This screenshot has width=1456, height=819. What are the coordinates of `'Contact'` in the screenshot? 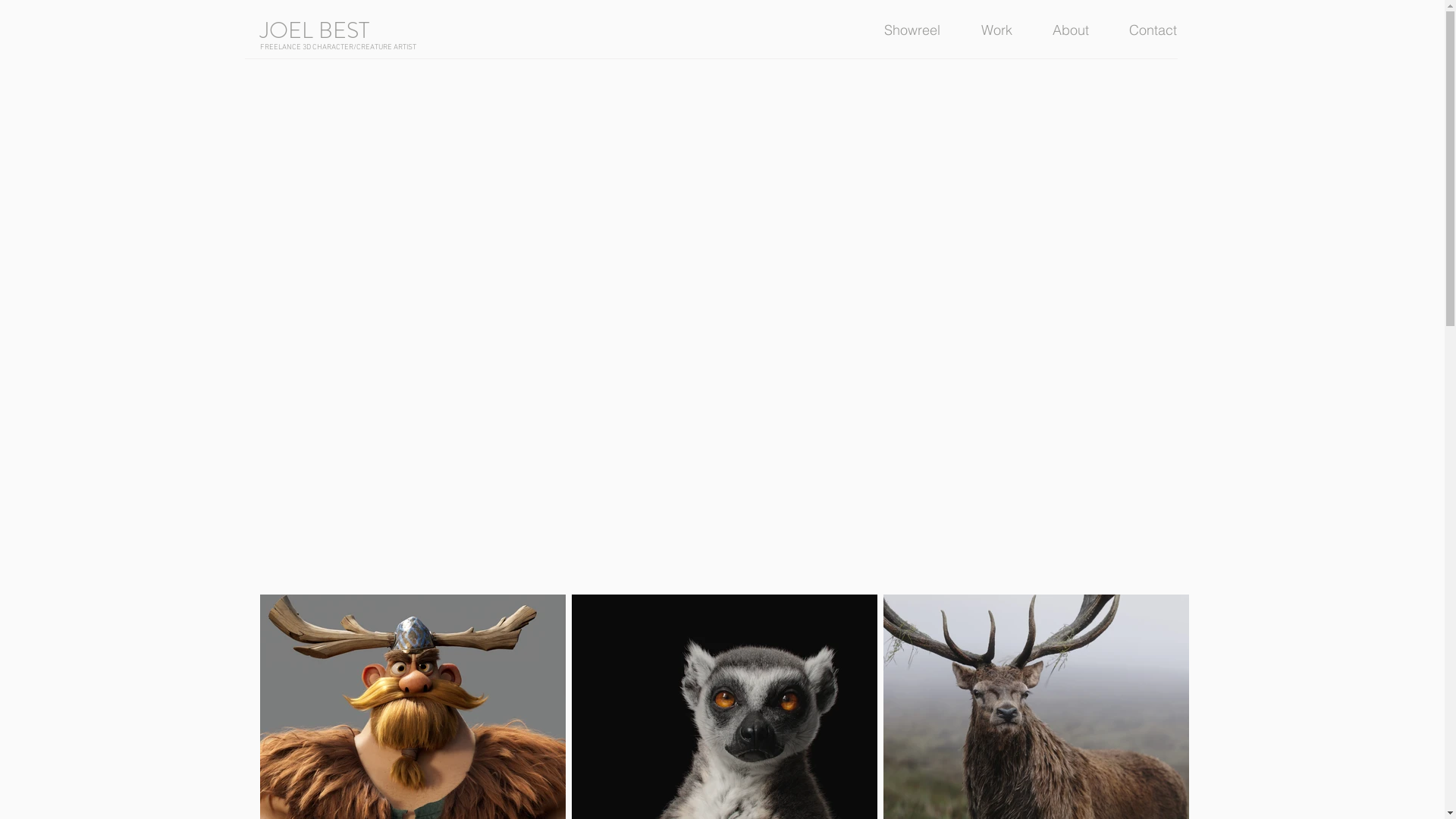 It's located at (1160, 30).